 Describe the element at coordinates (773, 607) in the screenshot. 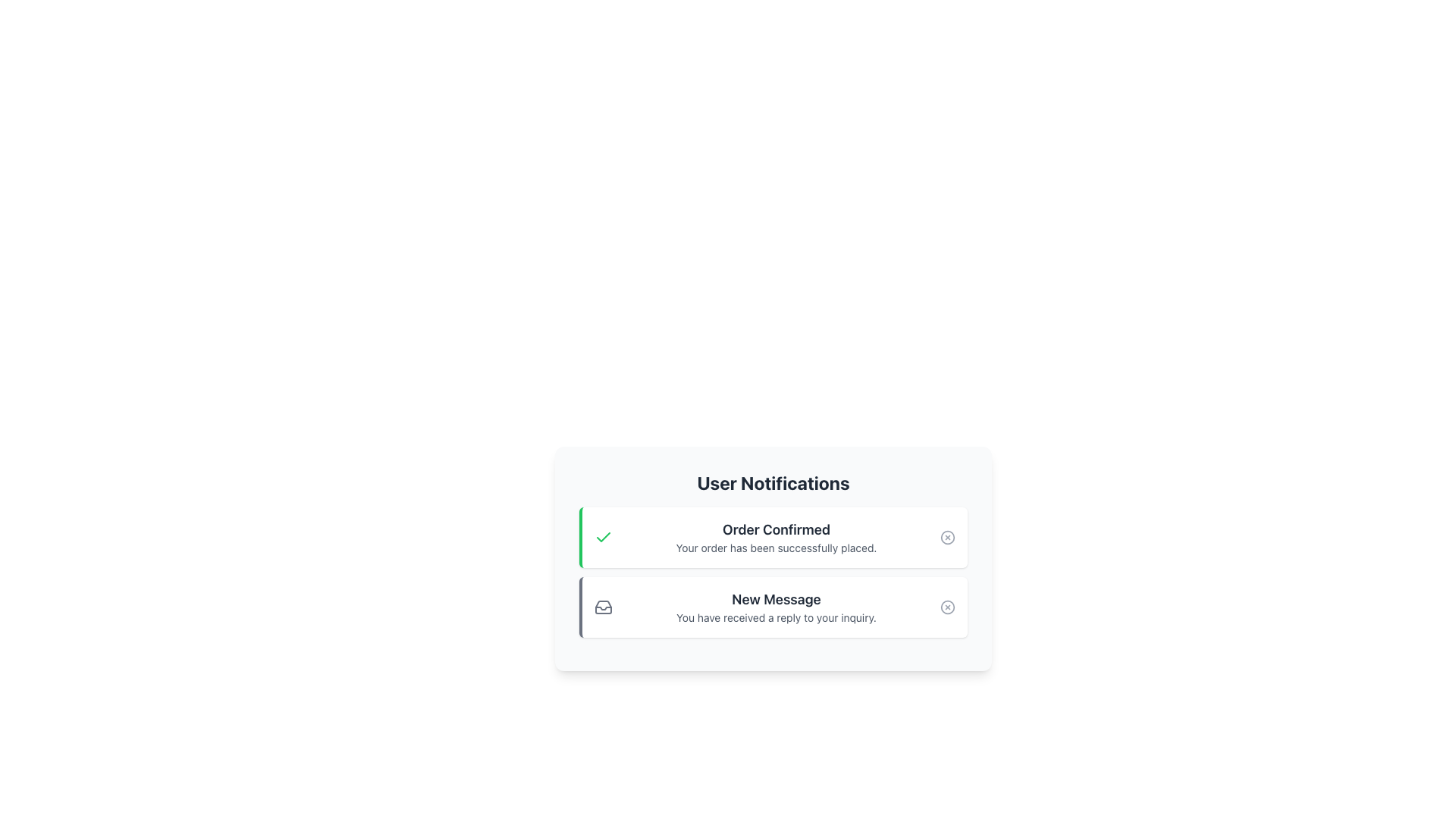

I see `text from the second notification card titled 'New Message' within the 'User Notifications' section, which contains the message 'You have received a reply to your inquiry.'` at that location.